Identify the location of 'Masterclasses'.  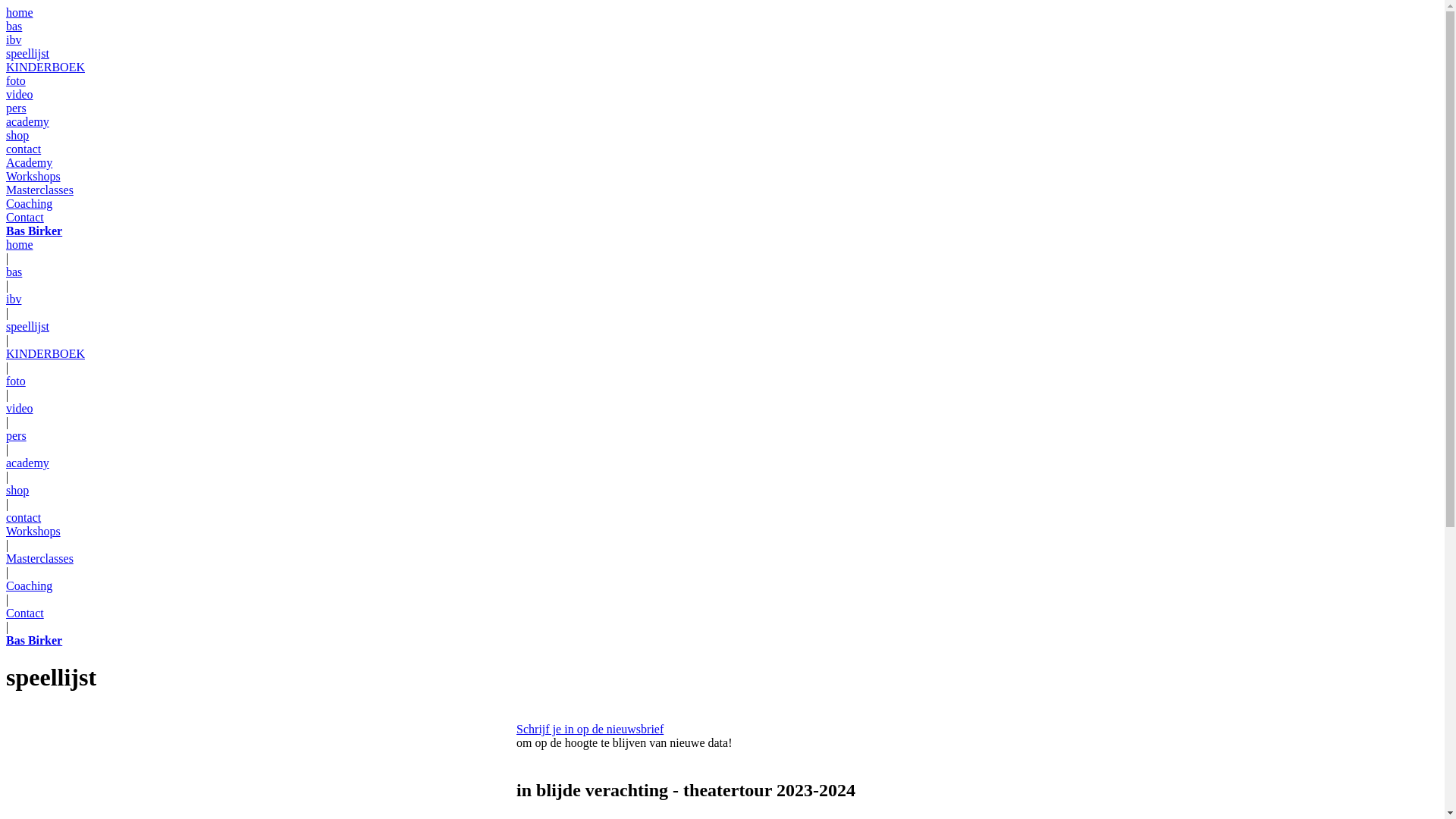
(39, 558).